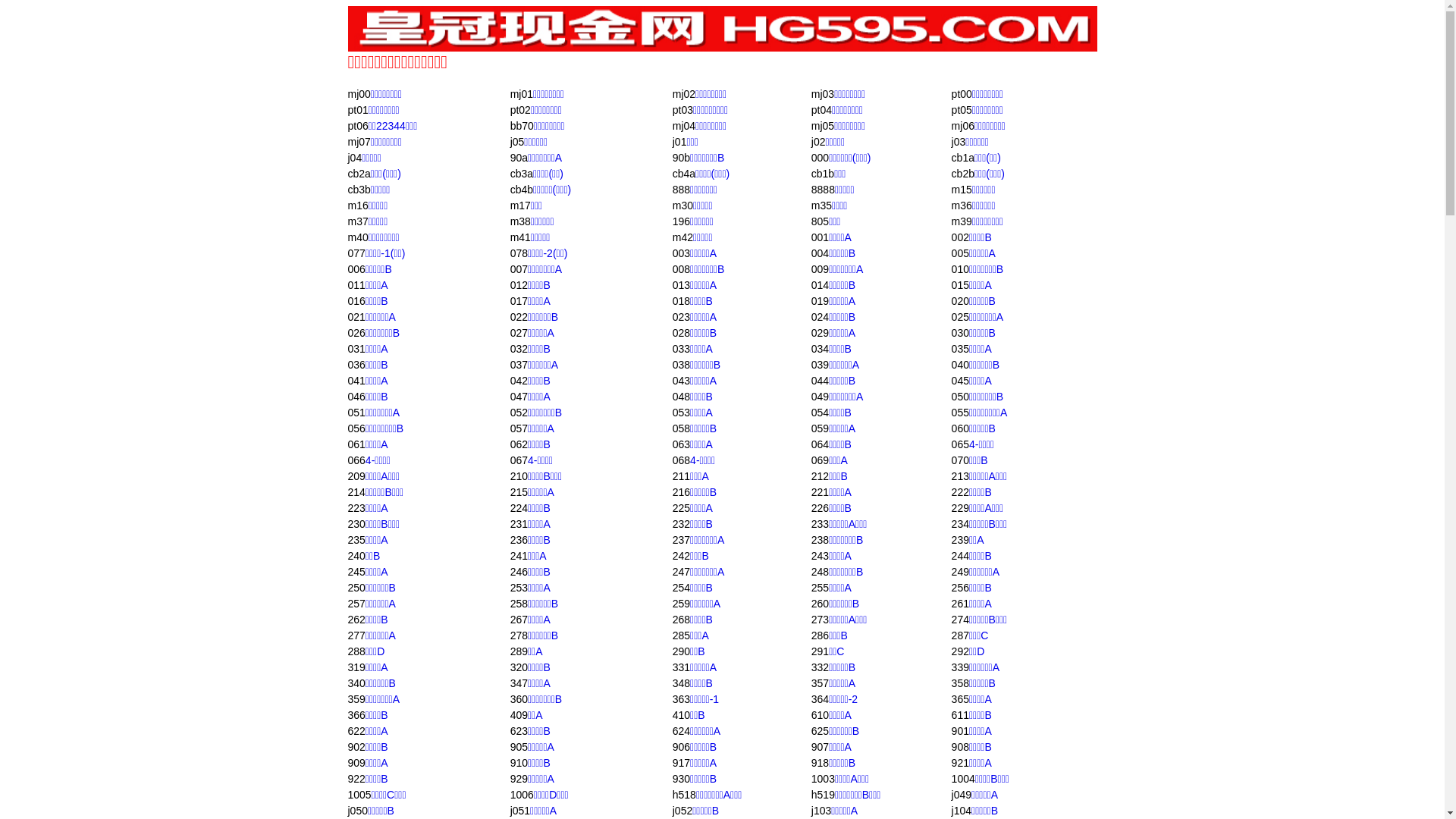 Image resolution: width=1456 pixels, height=819 pixels. What do you see at coordinates (950, 587) in the screenshot?
I see `'256'` at bounding box center [950, 587].